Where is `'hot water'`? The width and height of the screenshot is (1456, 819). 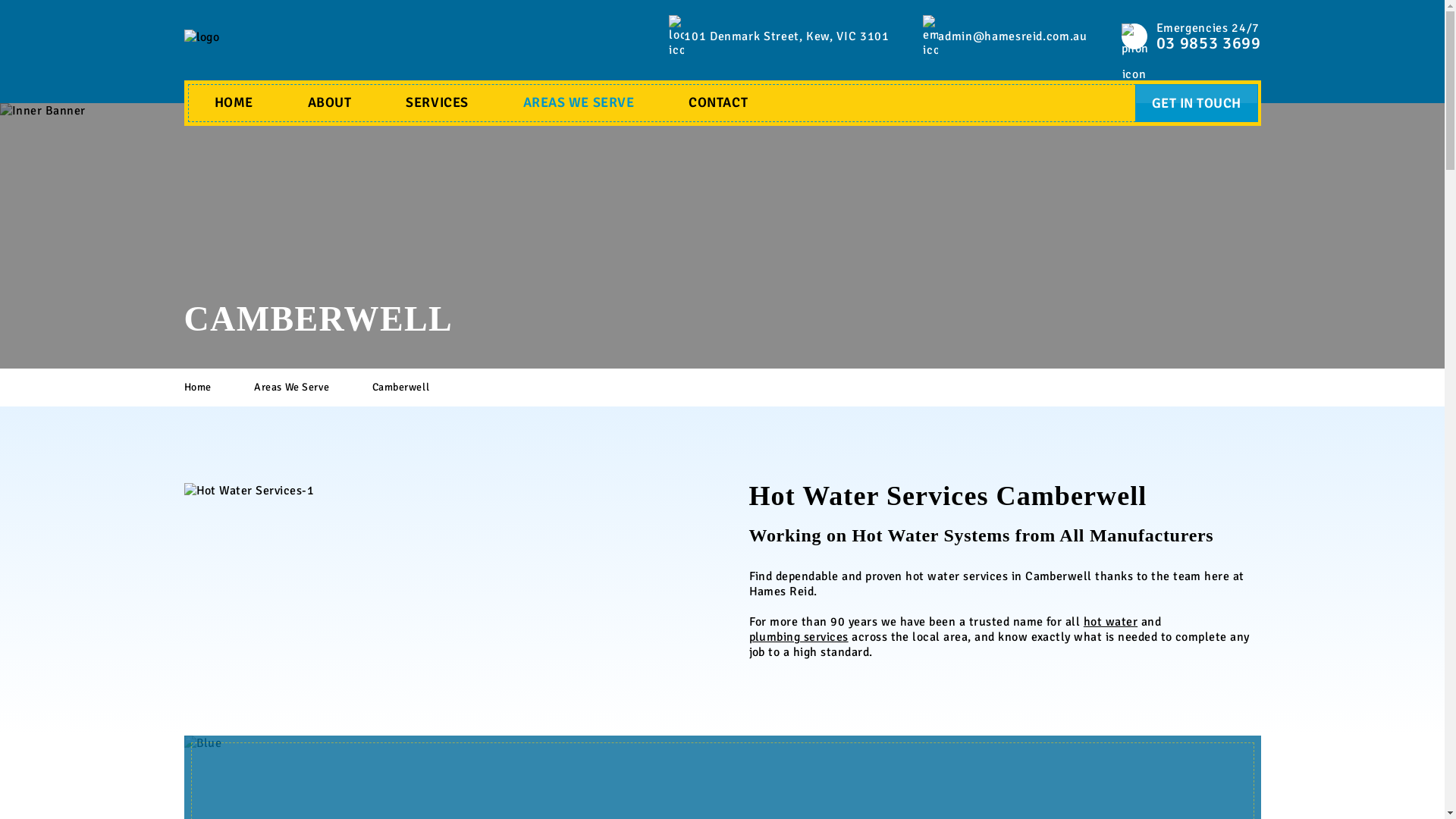
'hot water' is located at coordinates (1110, 622).